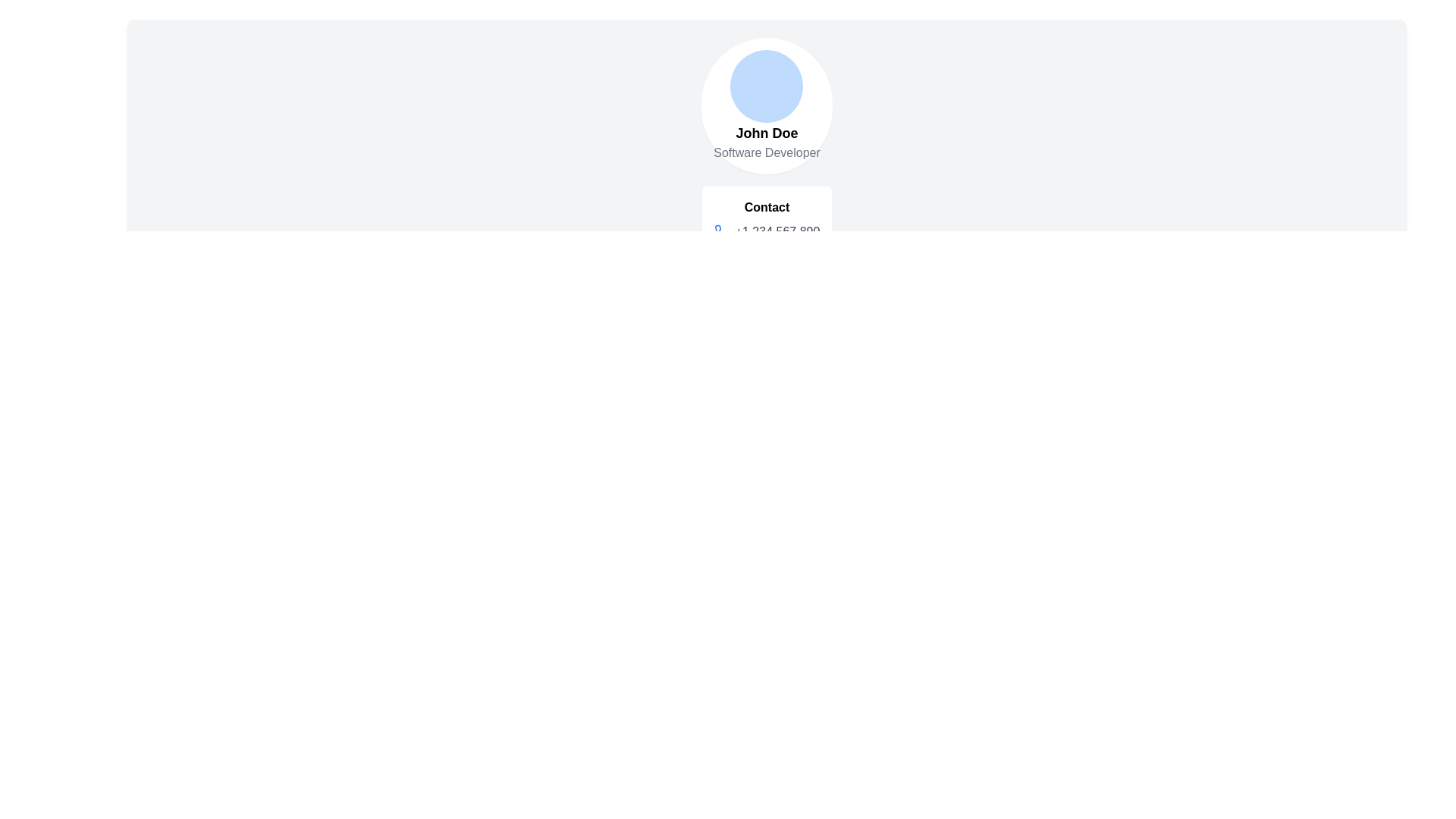 This screenshot has height=819, width=1456. I want to click on the telephone icon located at the center of the page, below the 'Contact' heading, and aligned with the contact information area, so click(720, 231).